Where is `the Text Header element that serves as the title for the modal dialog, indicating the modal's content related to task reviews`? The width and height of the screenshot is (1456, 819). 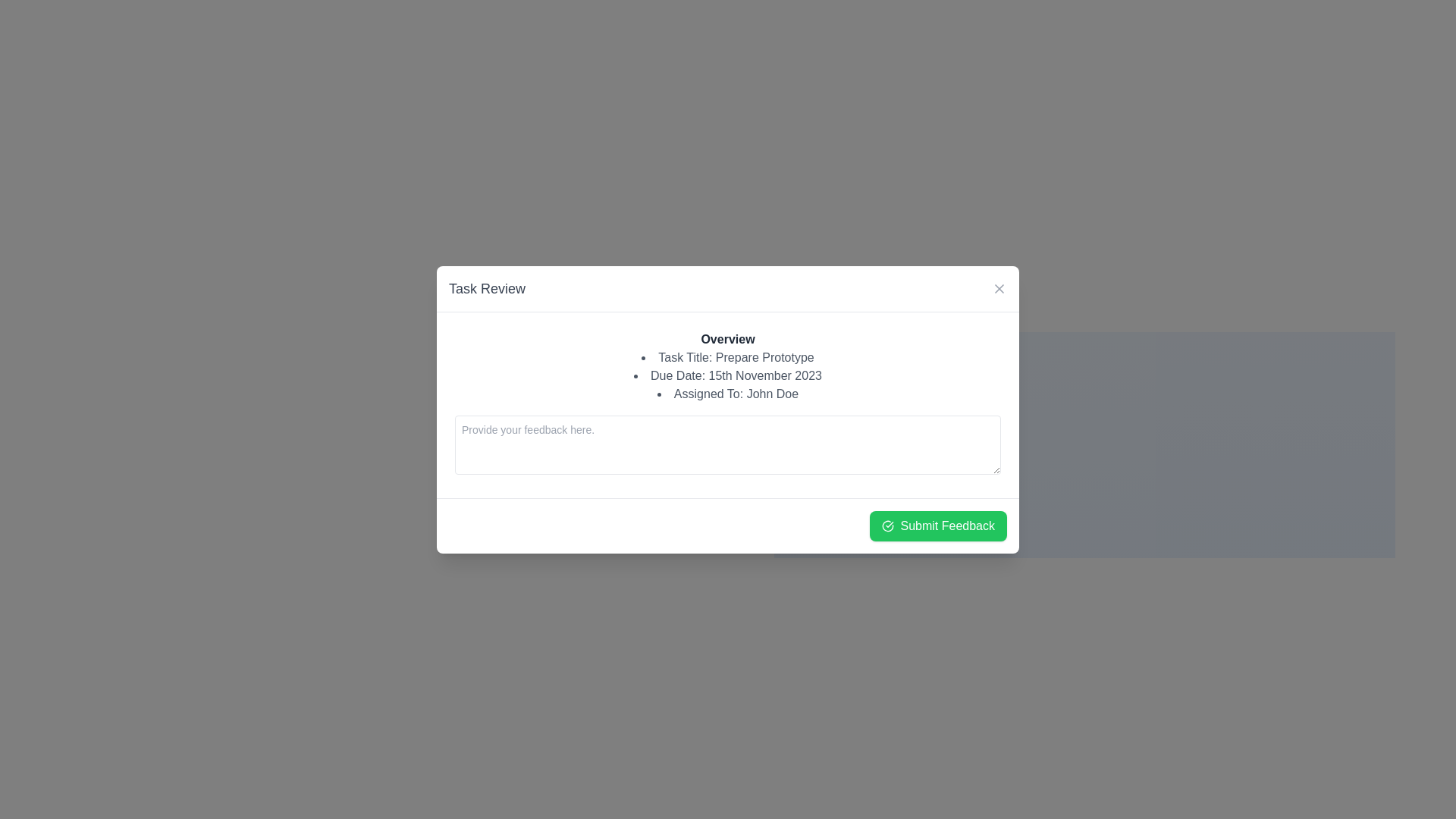
the Text Header element that serves as the title for the modal dialog, indicating the modal's content related to task reviews is located at coordinates (487, 288).